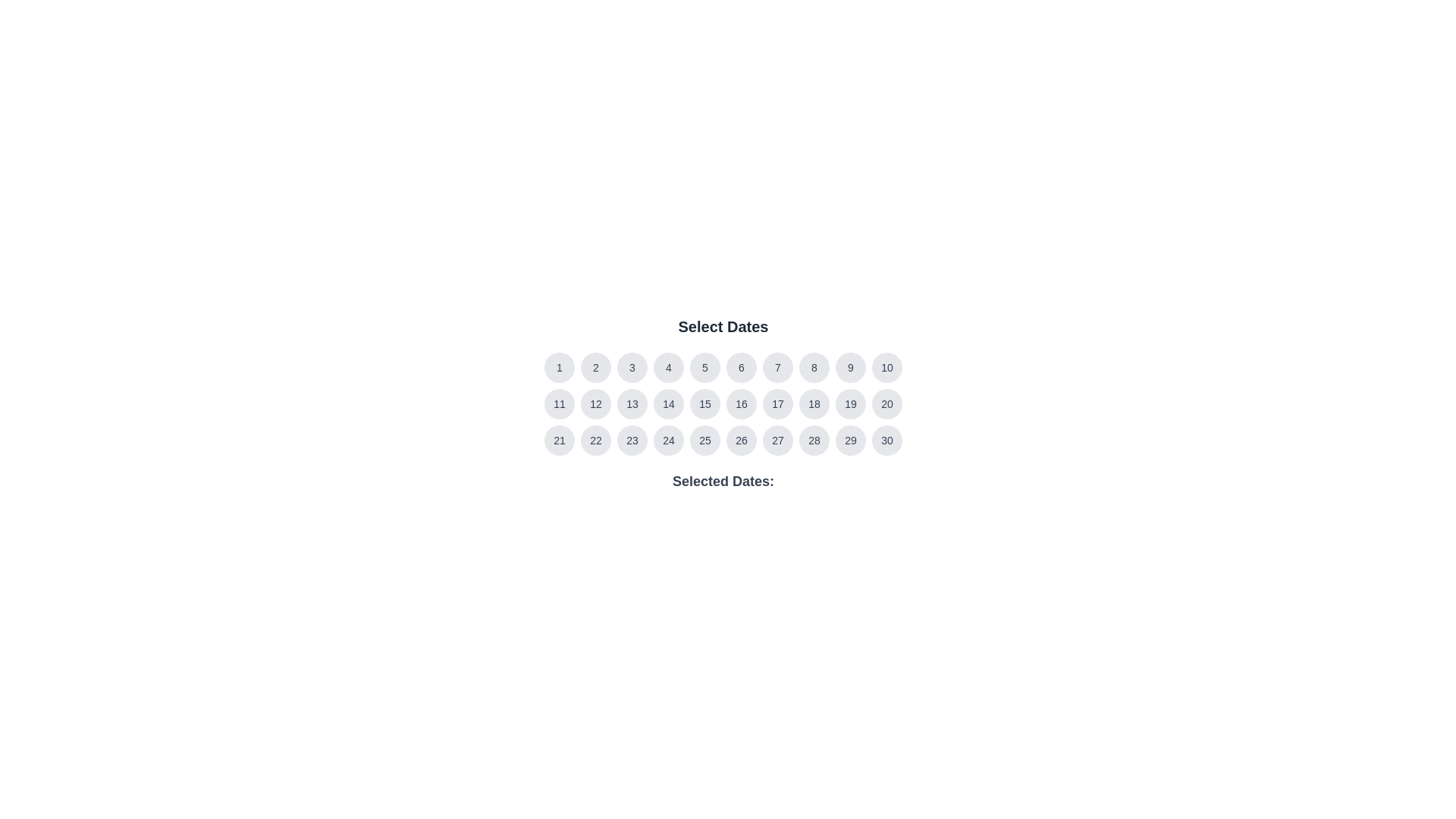 Image resolution: width=1456 pixels, height=819 pixels. Describe the element at coordinates (851, 368) in the screenshot. I see `the 9th button in the calendar layout, which represents the number '9', located between the buttons '8' and '10'` at that location.